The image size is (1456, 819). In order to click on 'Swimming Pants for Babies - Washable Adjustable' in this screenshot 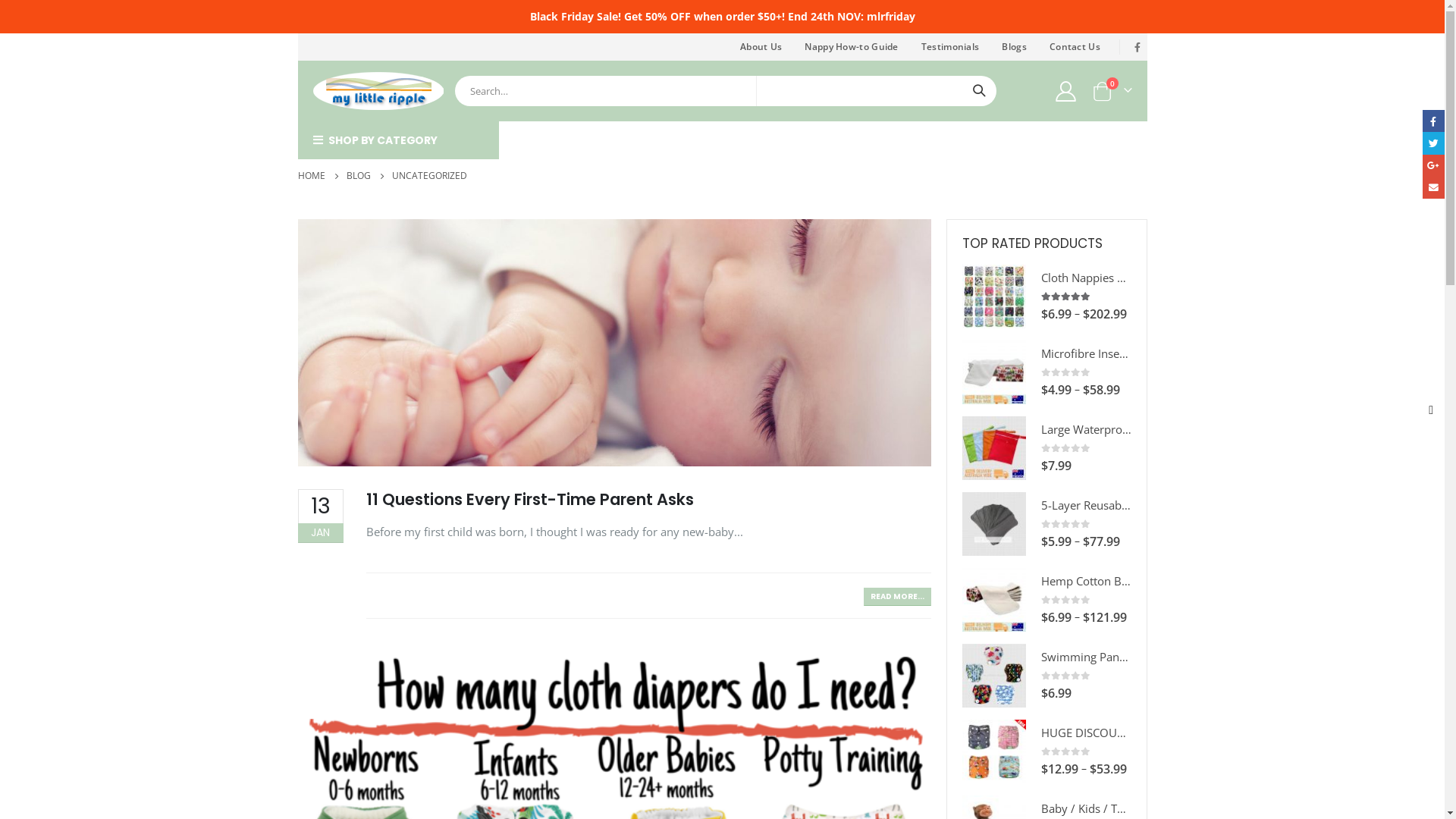, I will do `click(993, 675)`.